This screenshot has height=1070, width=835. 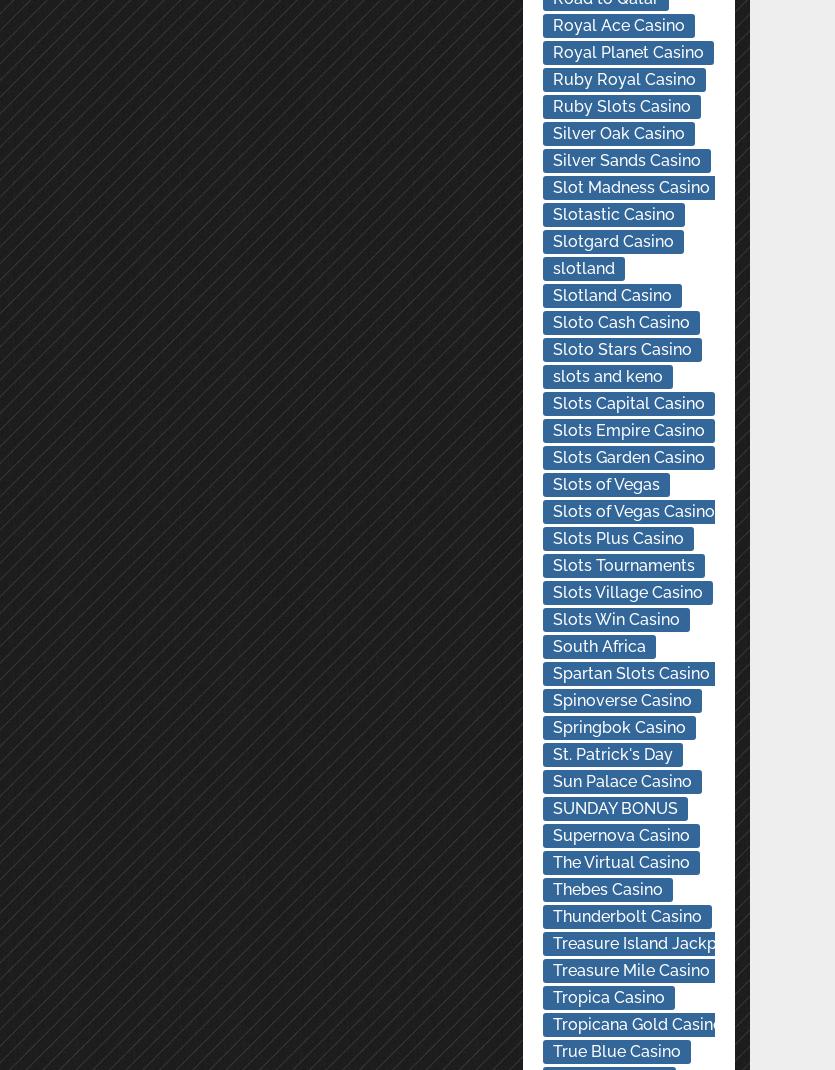 I want to click on 'Slots of Vegas Casino', so click(x=552, y=511).